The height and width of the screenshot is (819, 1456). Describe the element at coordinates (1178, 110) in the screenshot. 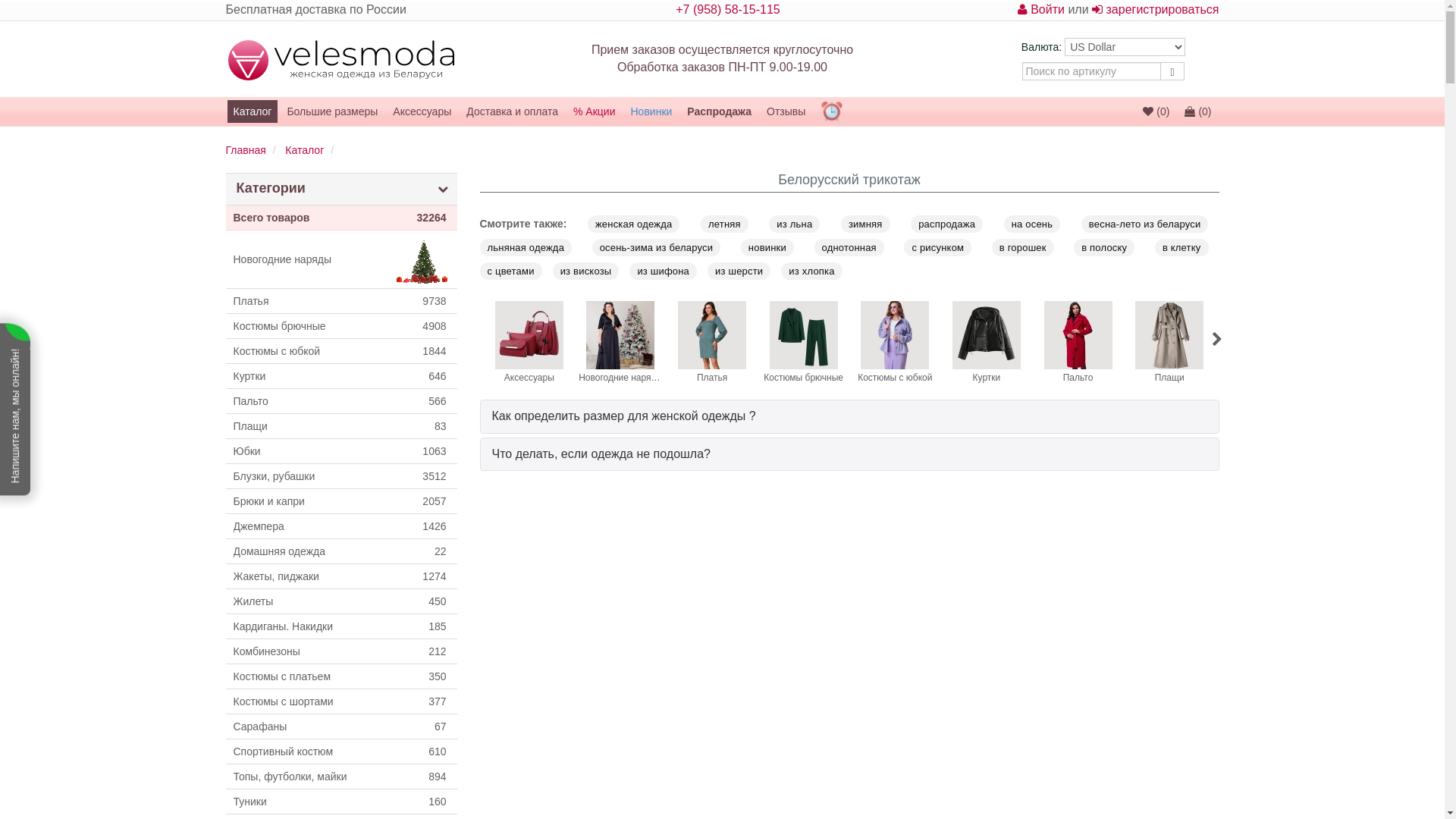

I see `'(0)'` at that location.